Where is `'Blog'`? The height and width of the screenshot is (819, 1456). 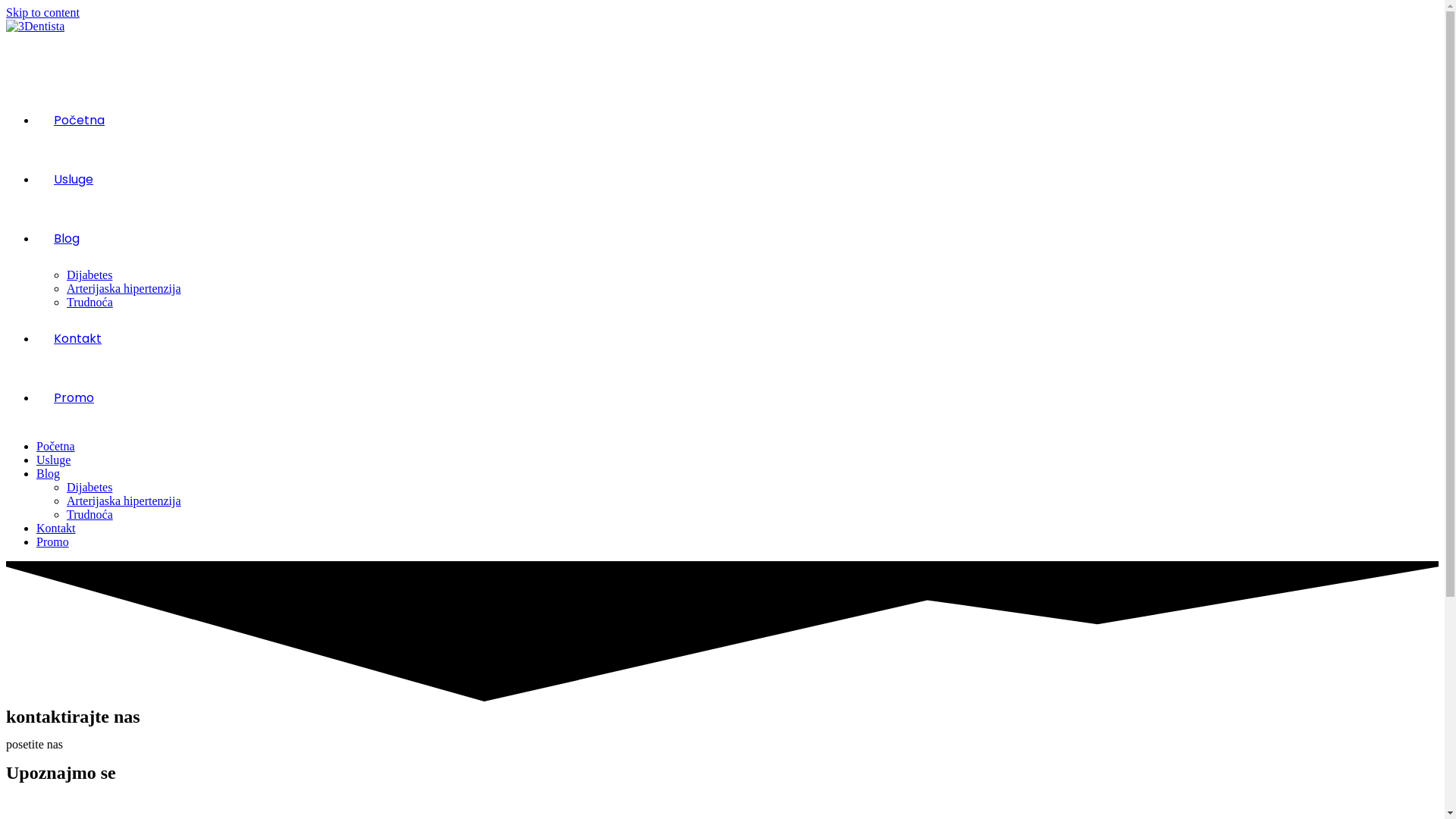
'Blog' is located at coordinates (36, 472).